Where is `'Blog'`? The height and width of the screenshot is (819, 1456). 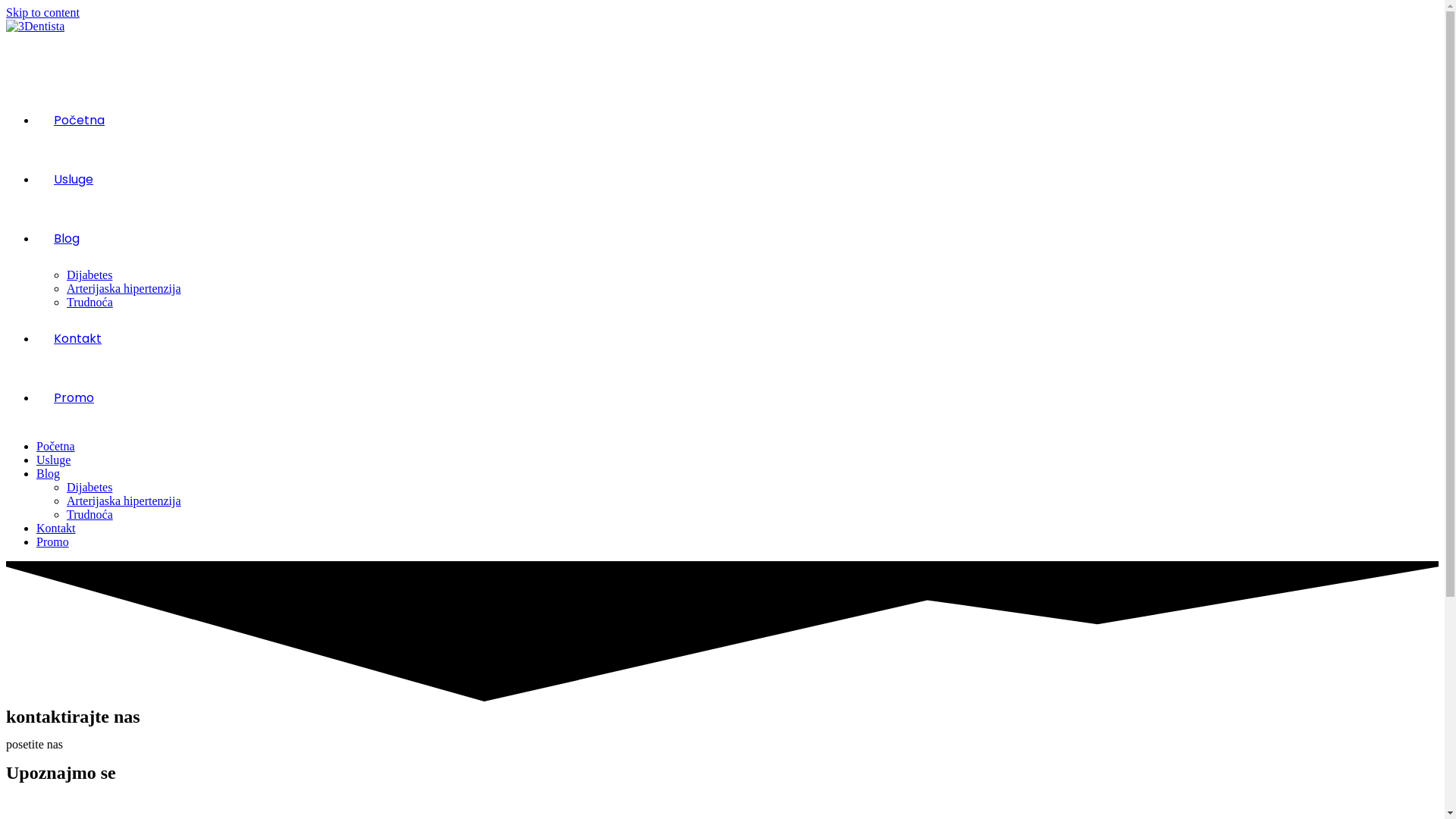
'Blog' is located at coordinates (36, 472).